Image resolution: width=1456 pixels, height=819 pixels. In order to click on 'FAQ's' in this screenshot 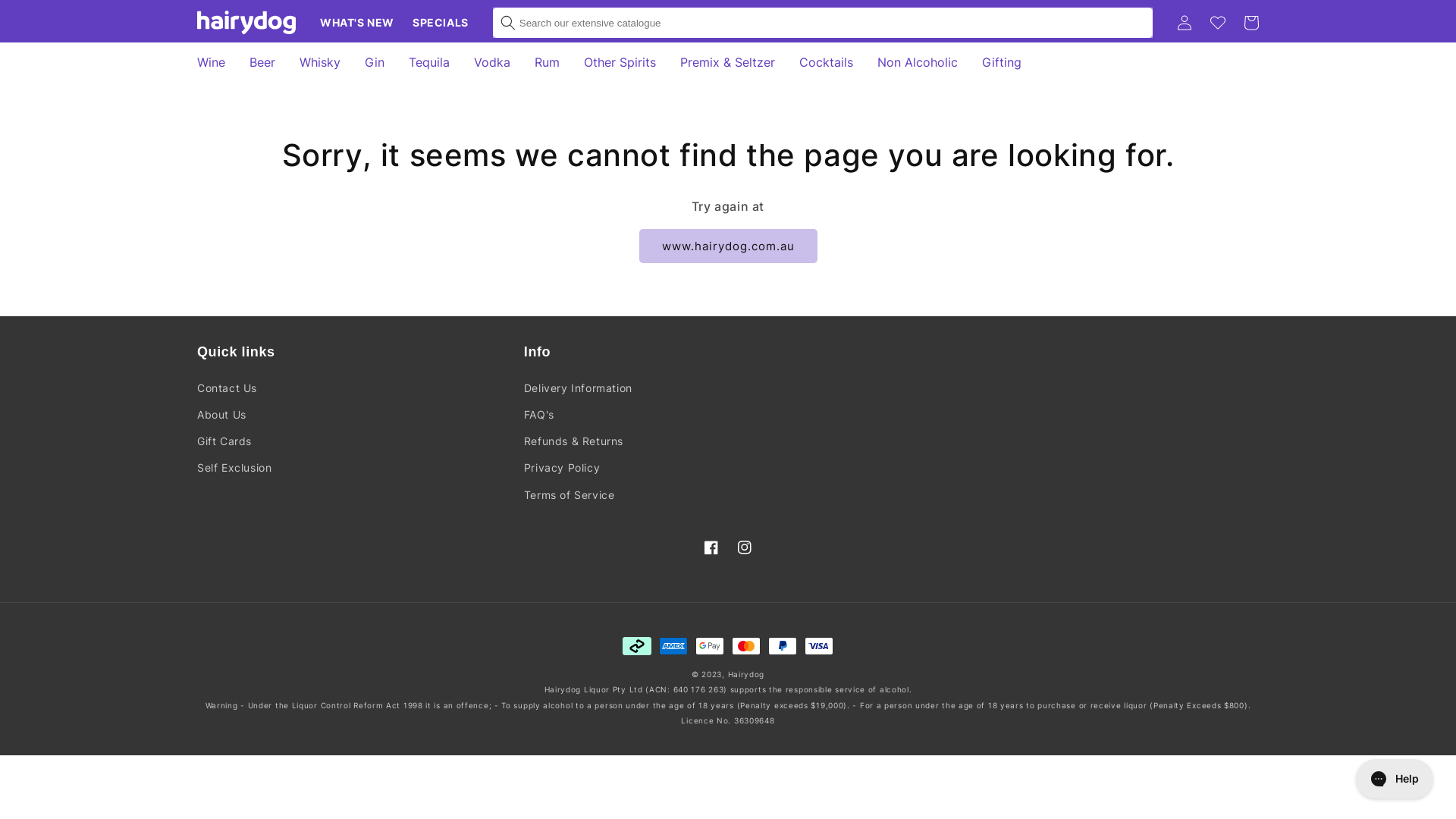, I will do `click(538, 414)`.